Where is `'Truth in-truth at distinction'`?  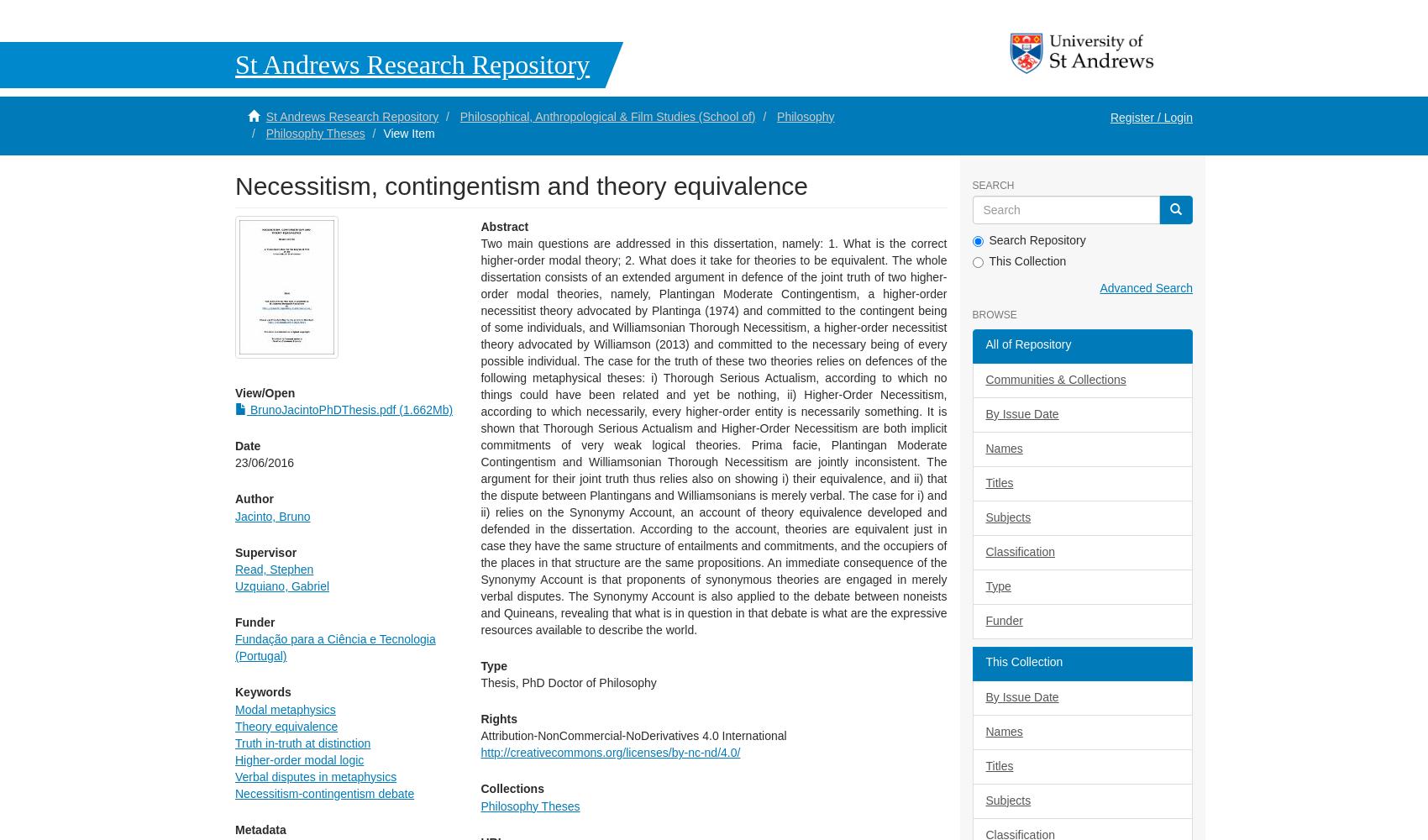
'Truth in-truth at distinction' is located at coordinates (302, 743).